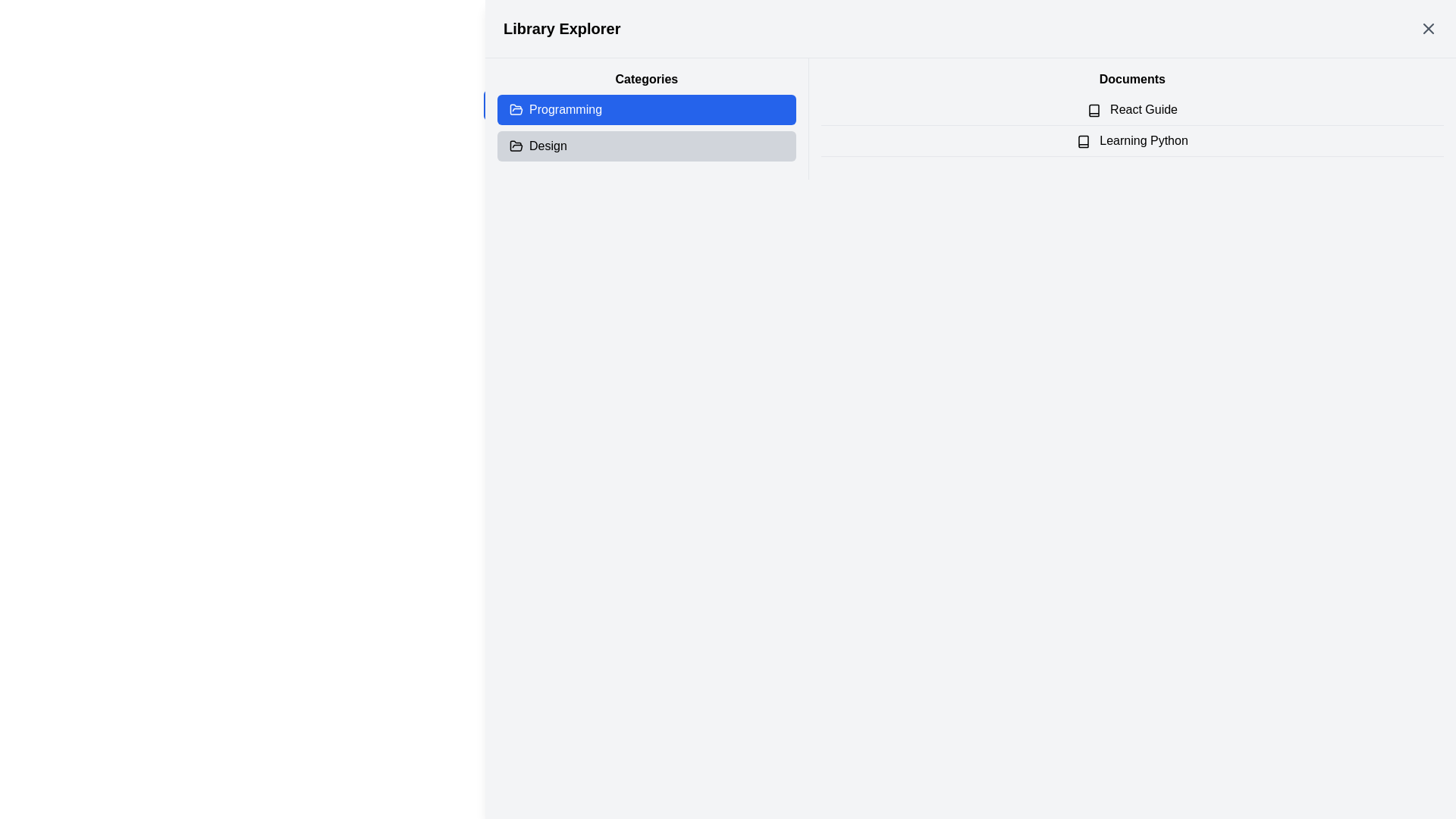 The height and width of the screenshot is (819, 1456). I want to click on the book icon representing the React Guide document located in the Documents section near the text 'React Guide', so click(1094, 109).